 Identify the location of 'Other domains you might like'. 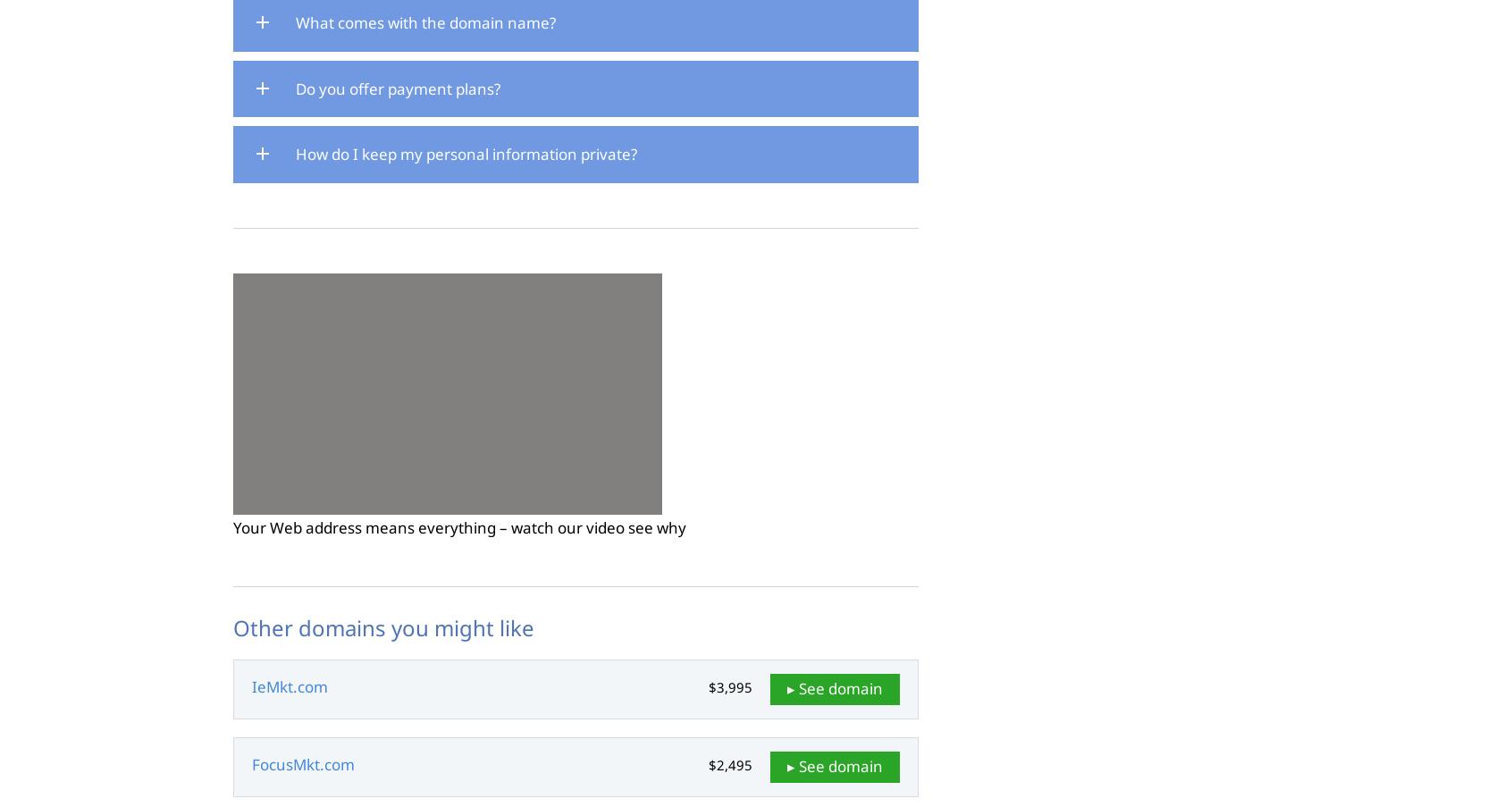
(382, 626).